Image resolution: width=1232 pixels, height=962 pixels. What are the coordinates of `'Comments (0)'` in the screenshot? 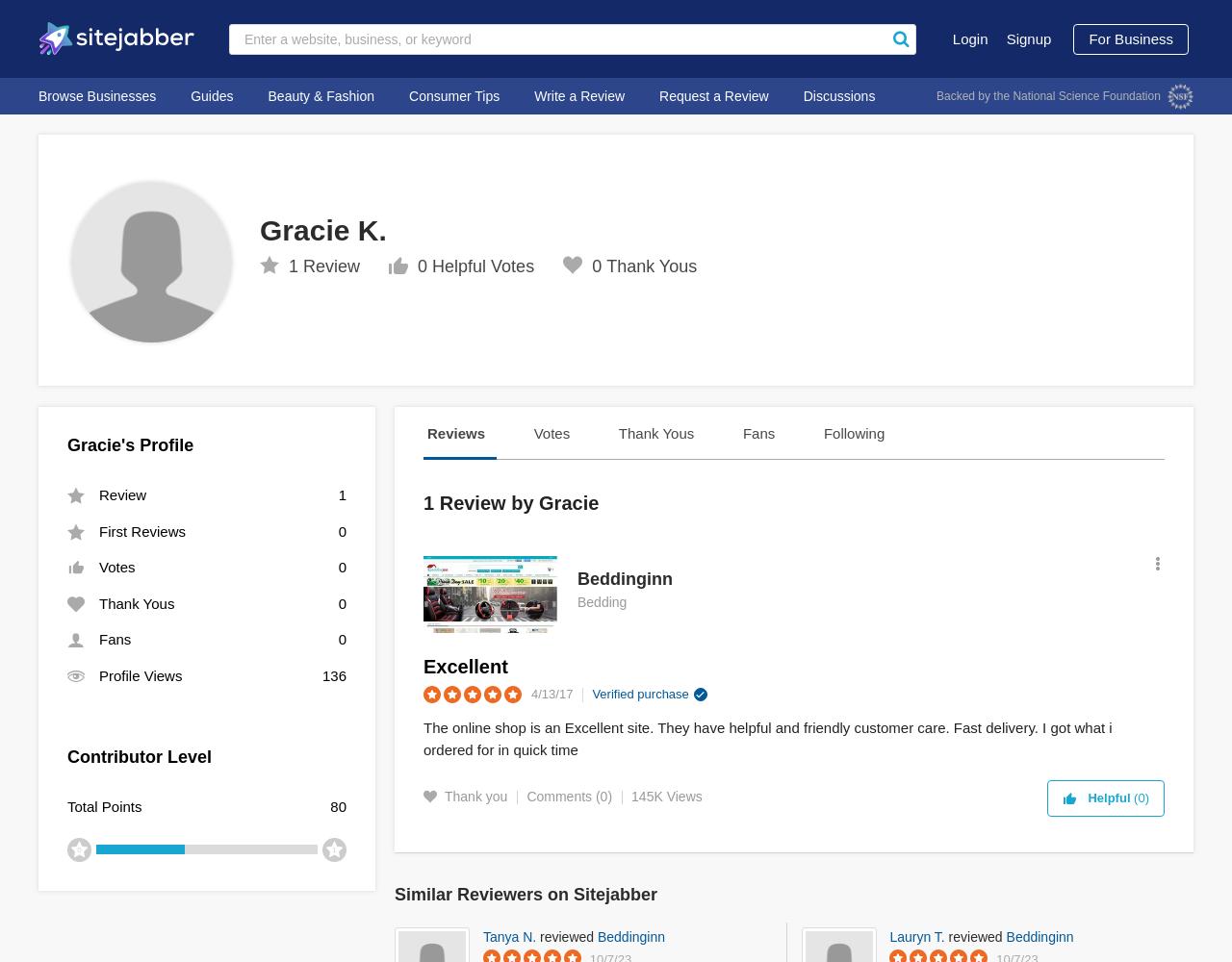 It's located at (568, 795).